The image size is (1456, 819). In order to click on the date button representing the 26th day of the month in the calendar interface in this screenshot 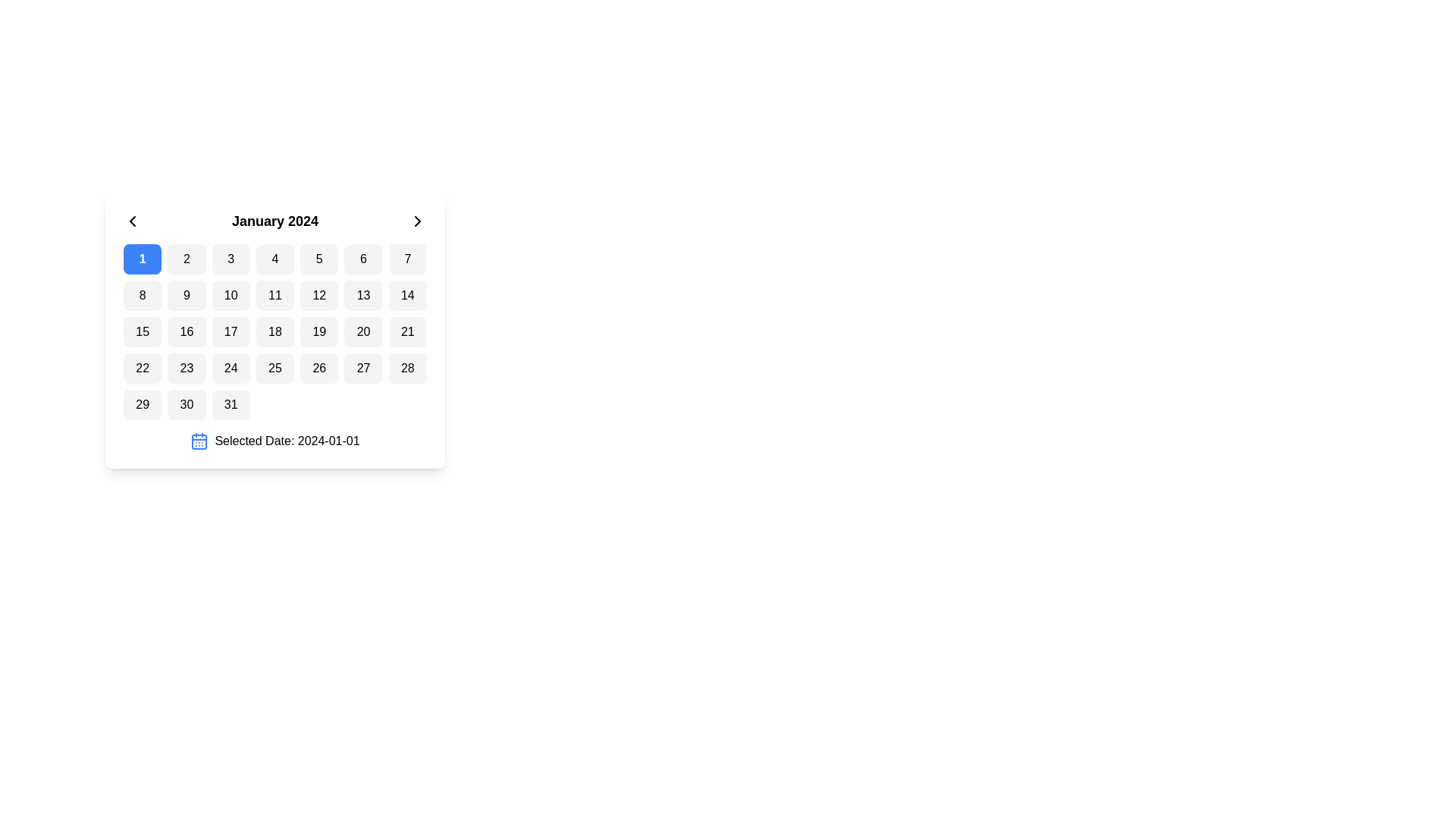, I will do `click(318, 369)`.